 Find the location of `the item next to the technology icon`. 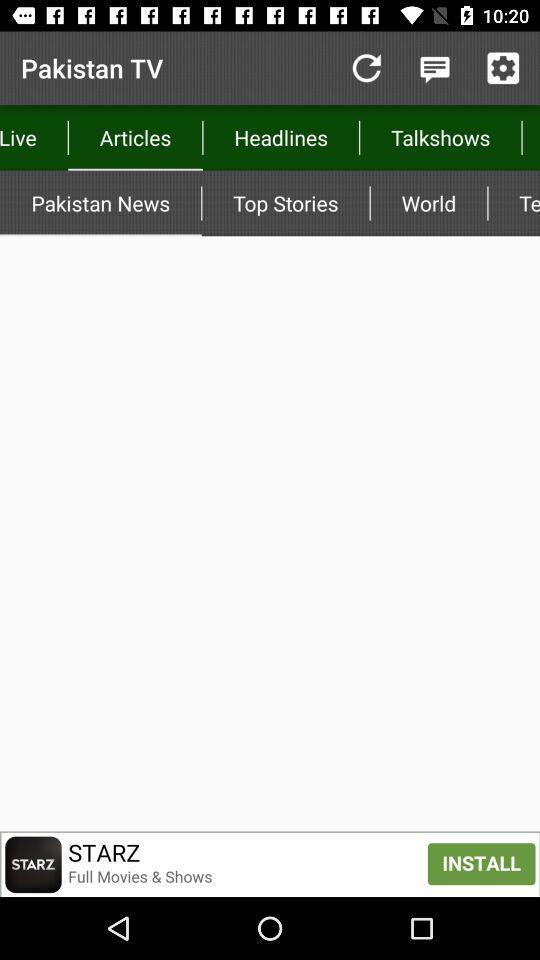

the item next to the technology icon is located at coordinates (427, 203).